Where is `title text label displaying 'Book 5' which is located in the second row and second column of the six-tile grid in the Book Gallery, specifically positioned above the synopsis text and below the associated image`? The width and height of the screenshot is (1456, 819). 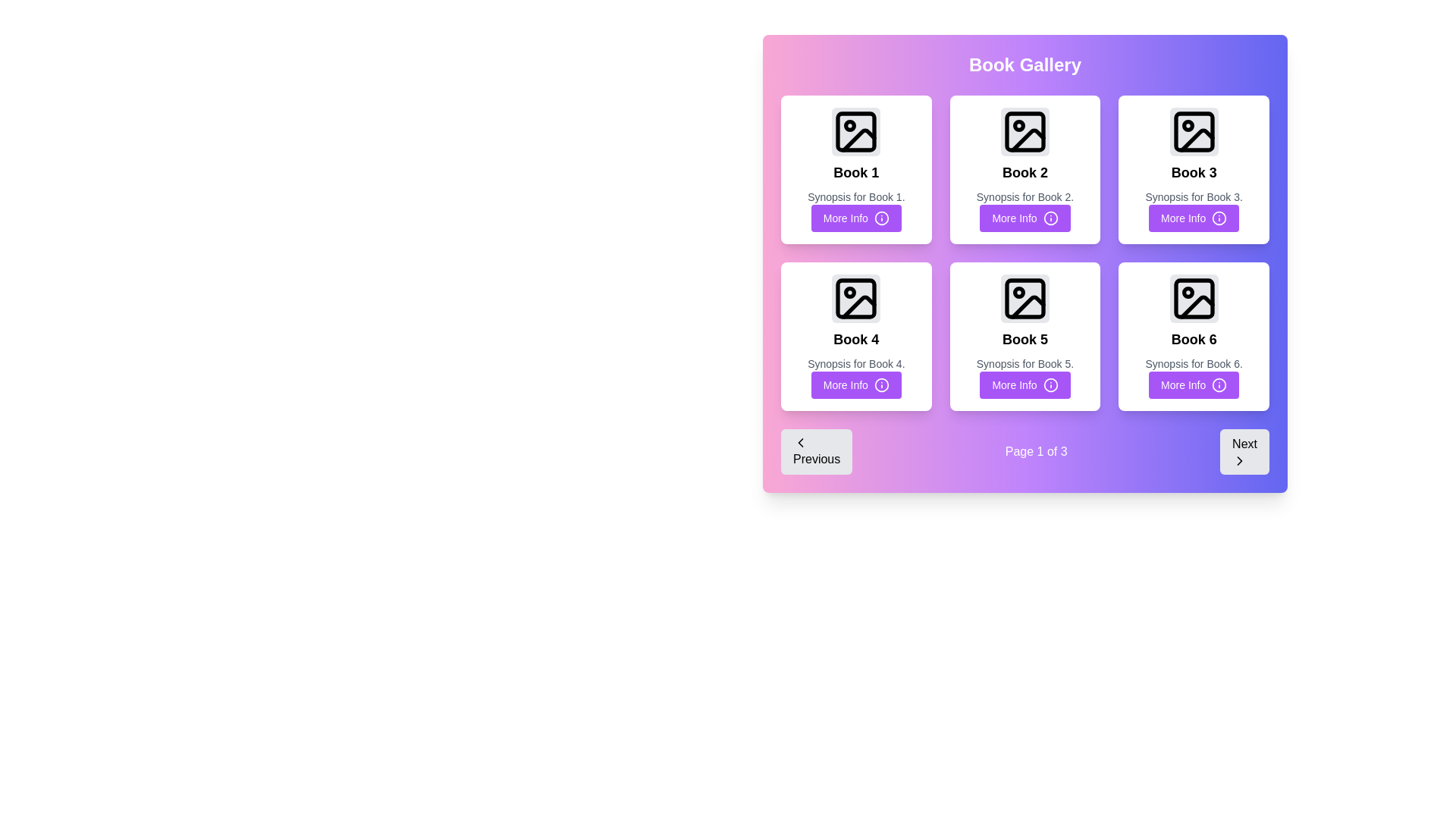
title text label displaying 'Book 5' which is located in the second row and second column of the six-tile grid in the Book Gallery, specifically positioned above the synopsis text and below the associated image is located at coordinates (1025, 338).